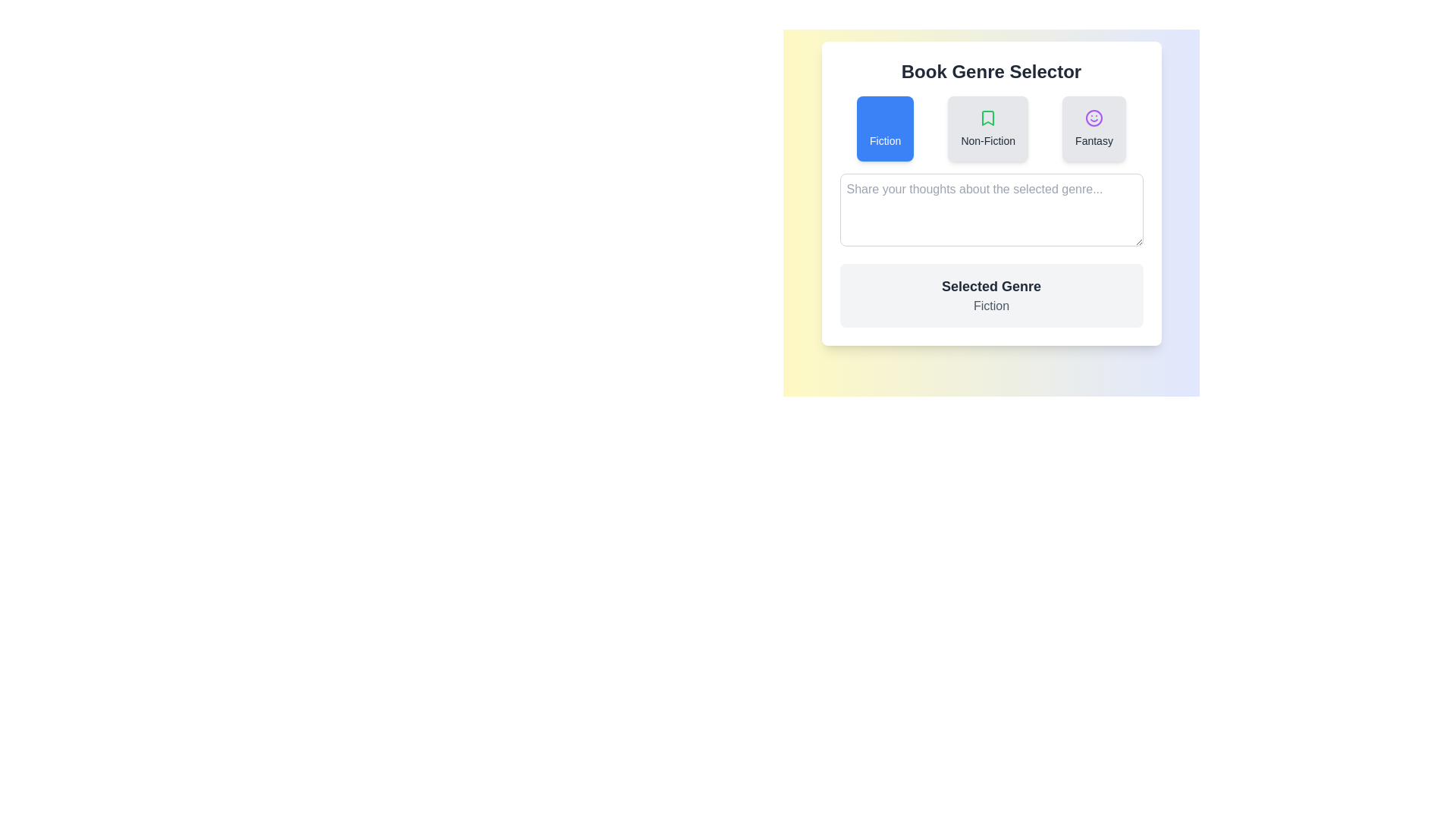 This screenshot has height=819, width=1456. I want to click on the 'Fantasy' text label, which is the rightmost option in the 'Book Genre Selector' panel, so click(1094, 140).